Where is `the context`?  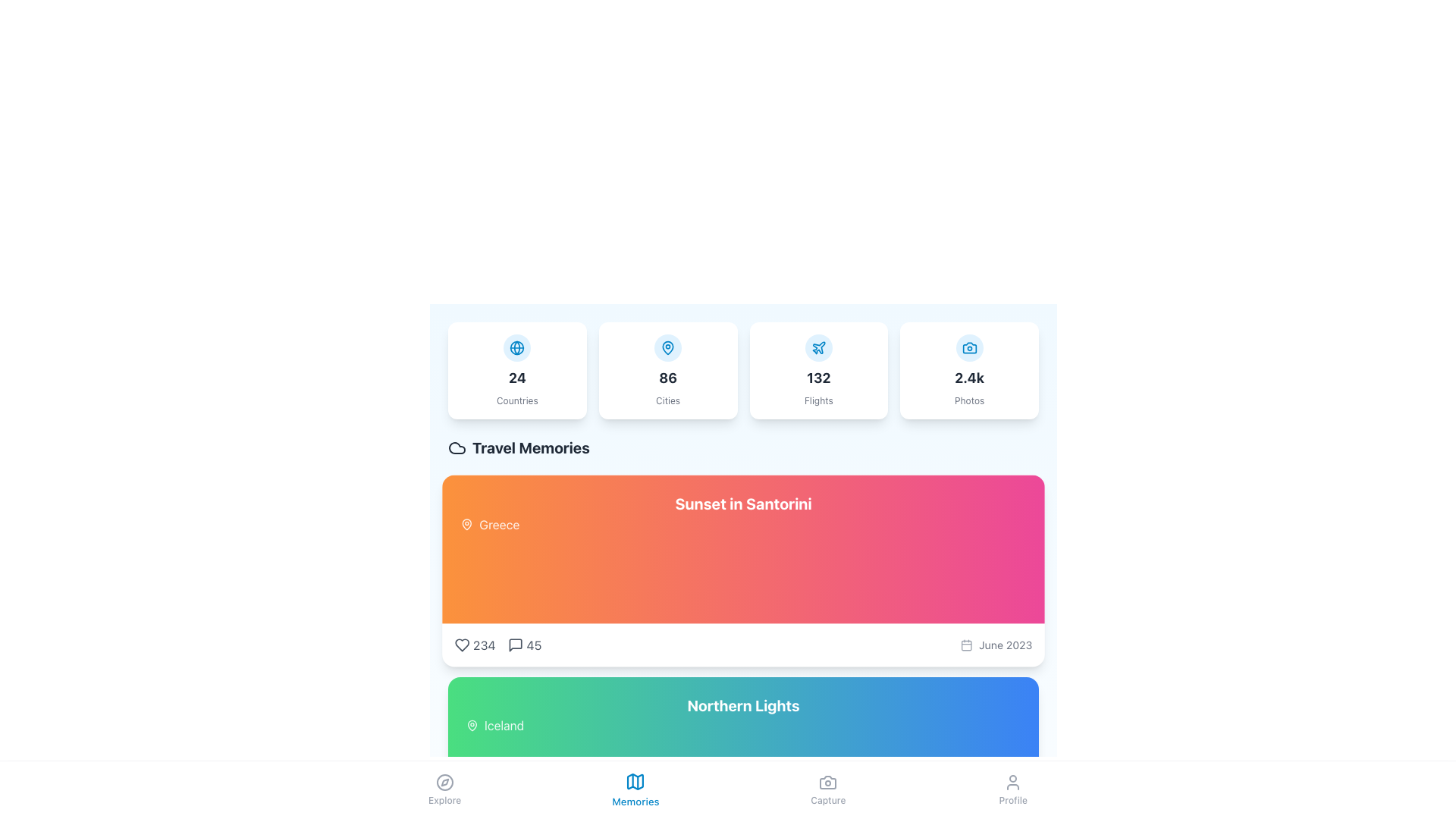 the context is located at coordinates (504, 724).